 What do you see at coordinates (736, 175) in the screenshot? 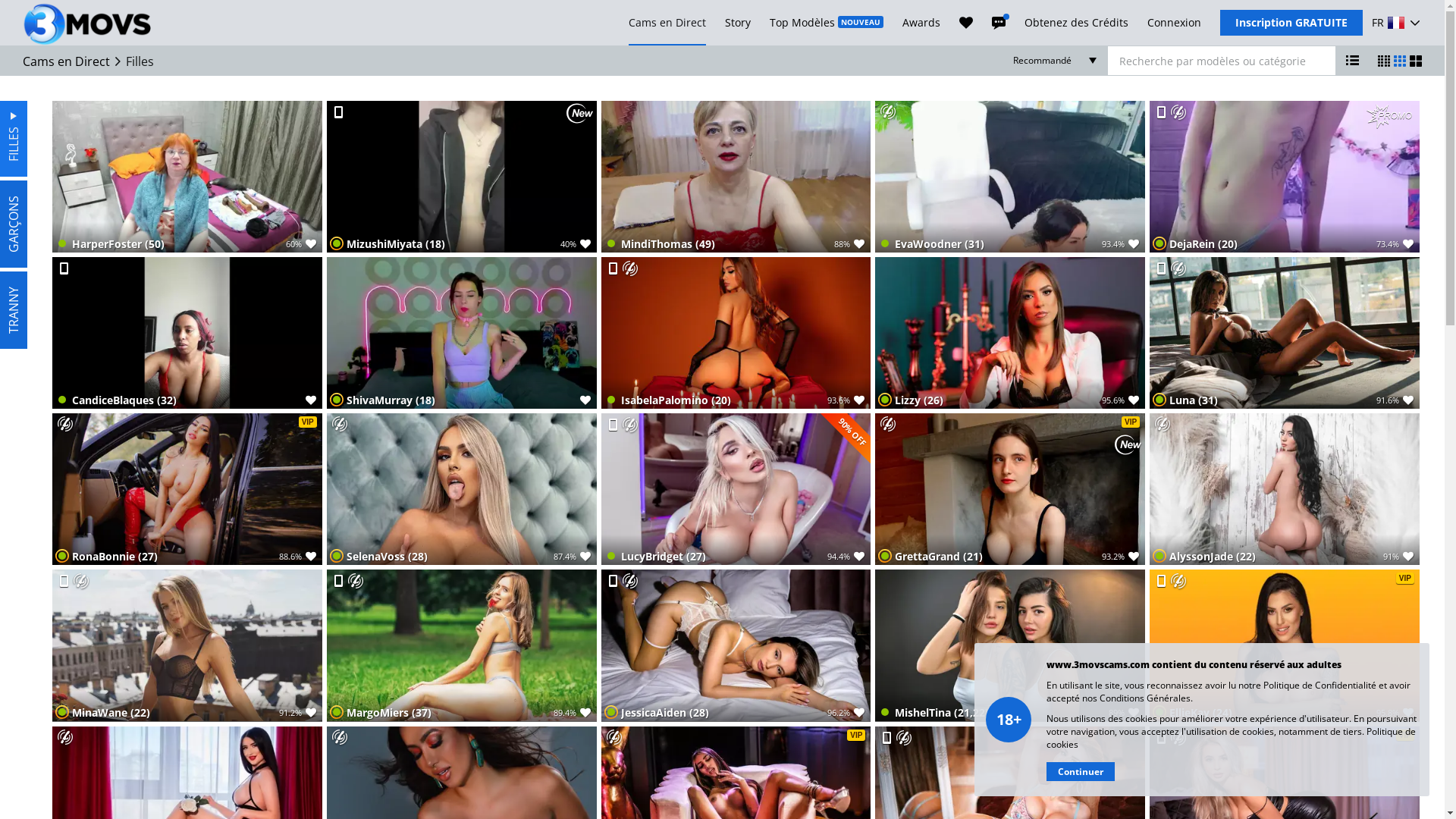
I see `'MindiThomas (49)` at bounding box center [736, 175].